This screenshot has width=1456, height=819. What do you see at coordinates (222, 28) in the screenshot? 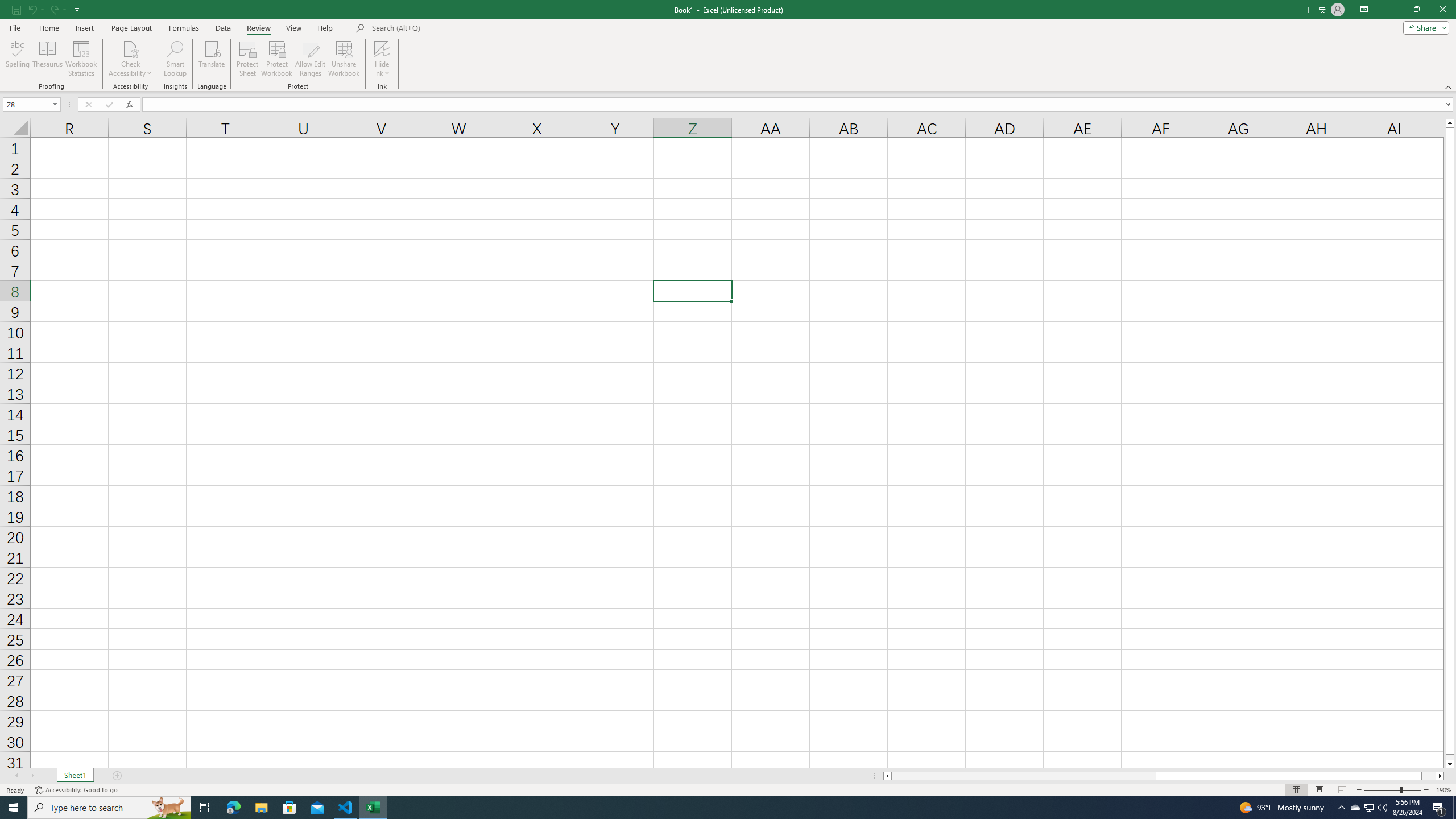
I see `'Data'` at bounding box center [222, 28].